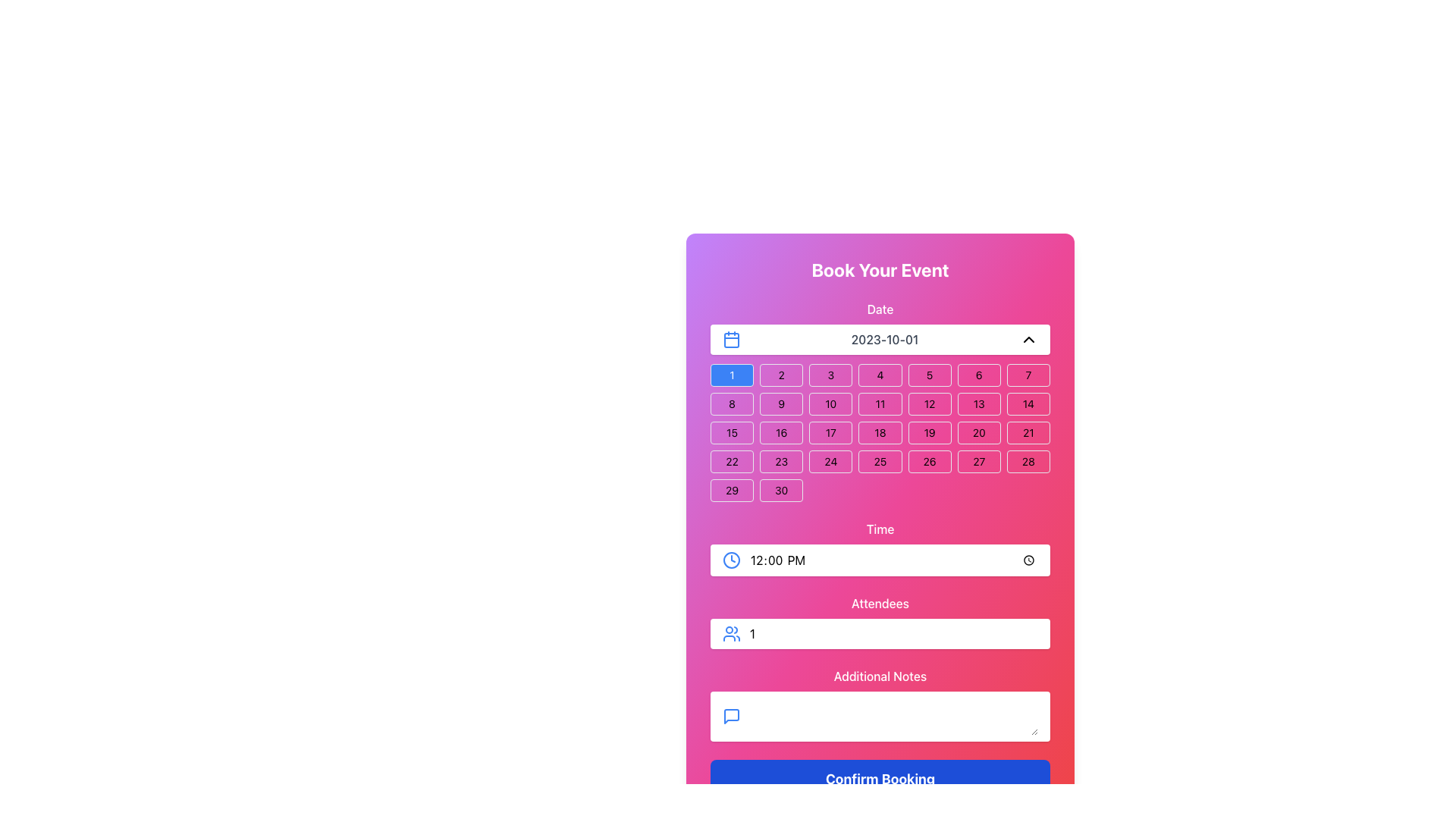 The width and height of the screenshot is (1456, 819). I want to click on the button that selects the 9th day in the calendar on the 'Book Your Event' interface, which is located in the second row and second column of the calendar grid layout, so click(781, 403).